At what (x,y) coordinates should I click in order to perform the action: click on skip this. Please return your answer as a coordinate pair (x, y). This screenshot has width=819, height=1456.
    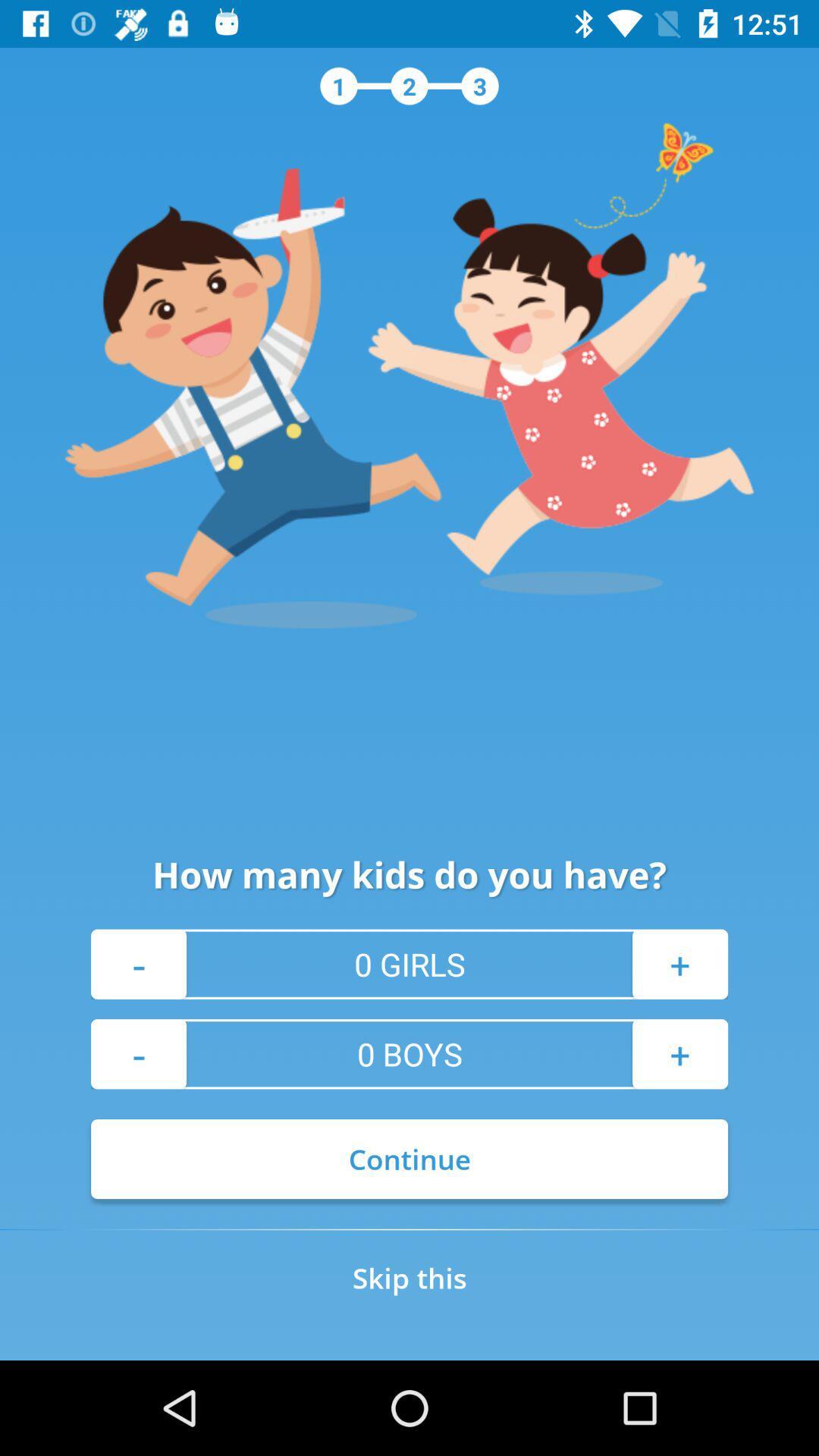
    Looking at the image, I should click on (409, 1277).